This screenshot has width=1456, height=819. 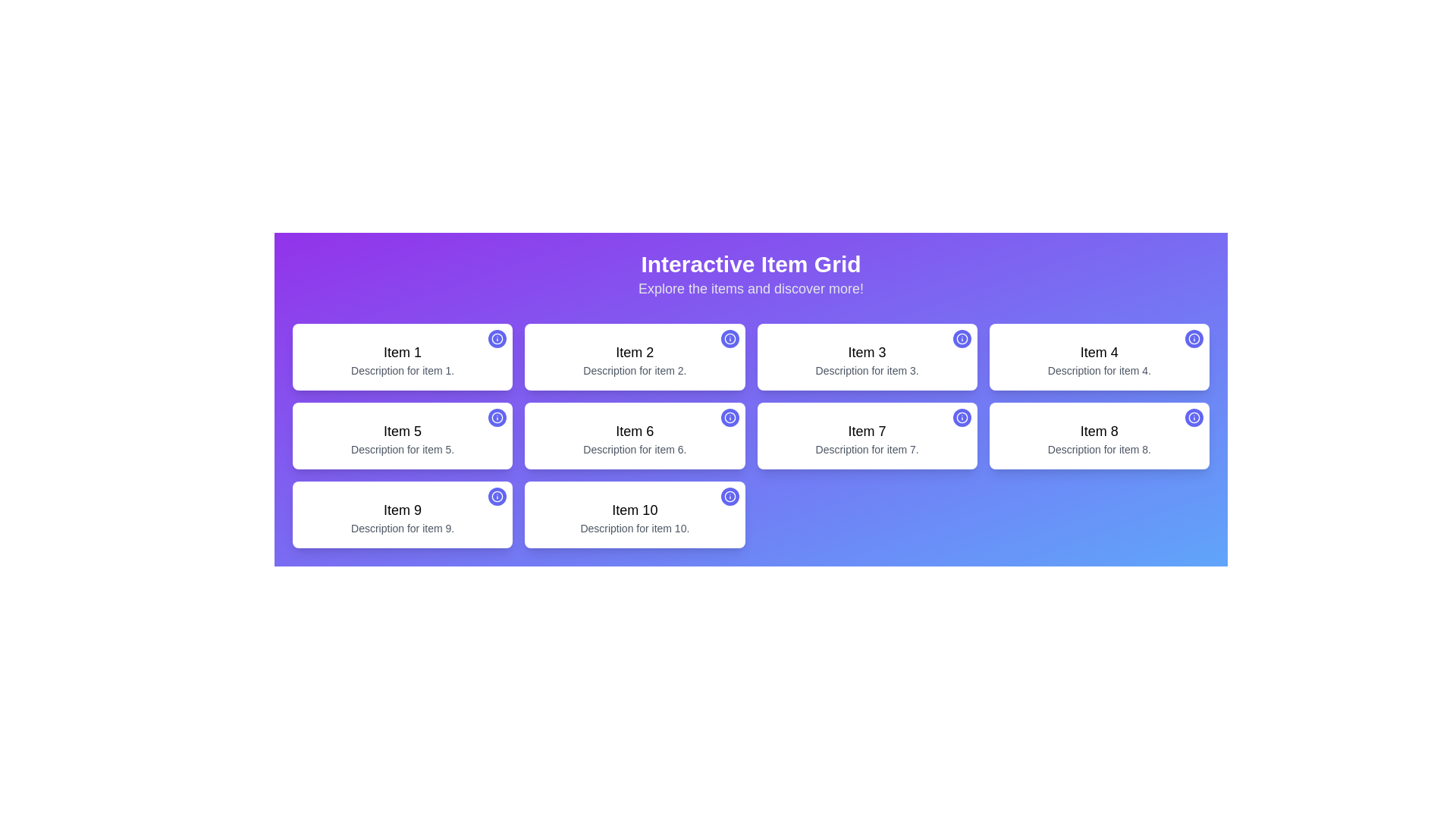 I want to click on descriptive text located beneath the main title 'Item 3' in the third card of the grid, so click(x=867, y=371).